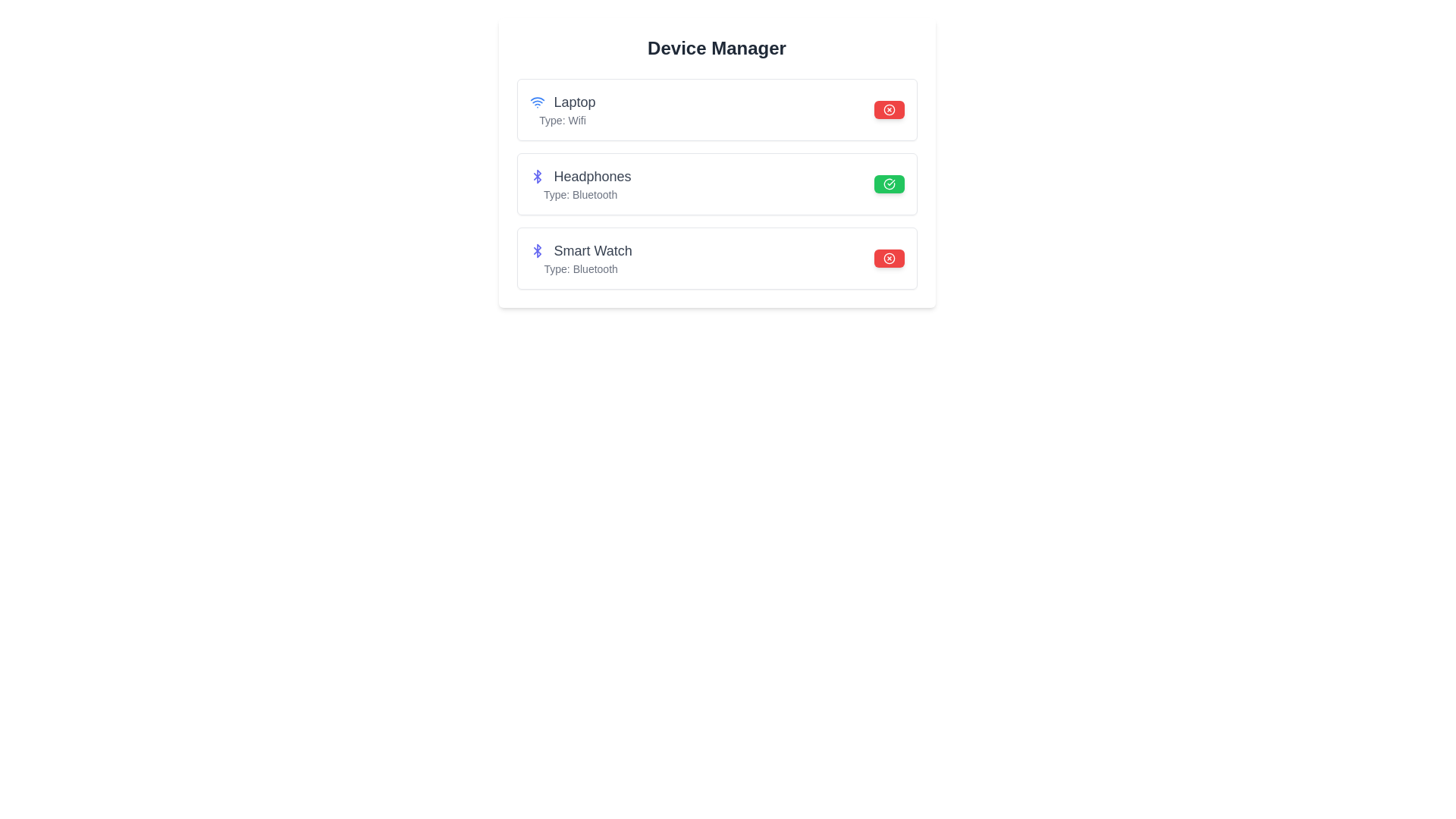 Image resolution: width=1456 pixels, height=819 pixels. Describe the element at coordinates (537, 250) in the screenshot. I see `the Bluetooth connectivity icon for the 'Smart Watch' device, which is located to the left of the text 'Smart Watch'` at that location.